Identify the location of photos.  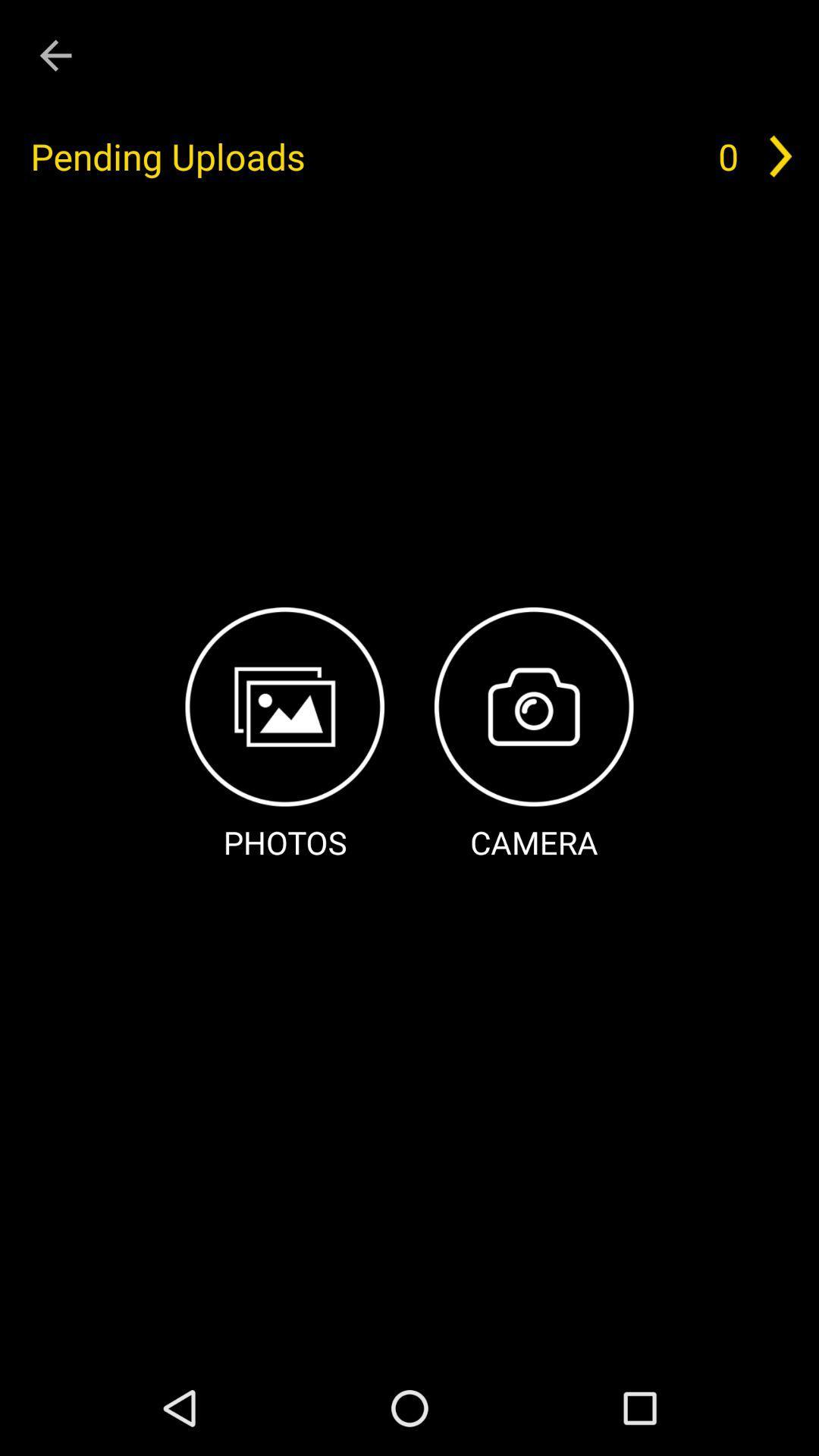
(284, 736).